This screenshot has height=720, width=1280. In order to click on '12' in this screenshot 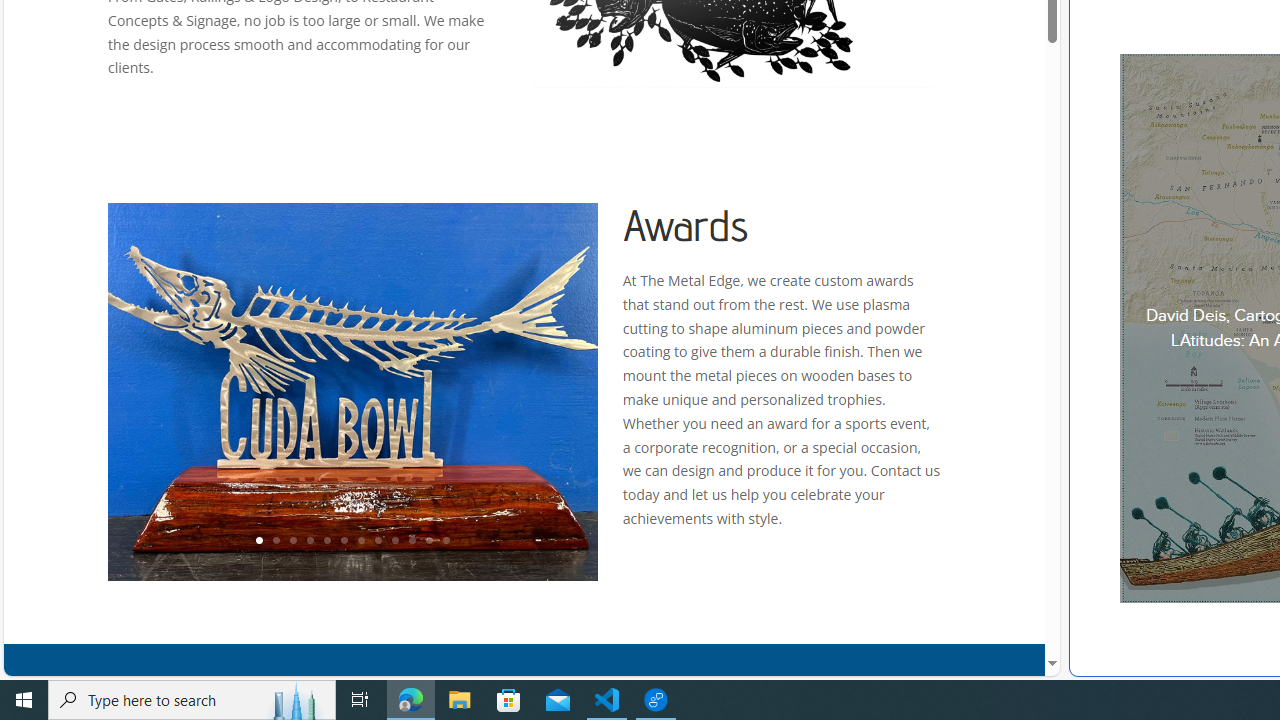, I will do `click(445, 541)`.